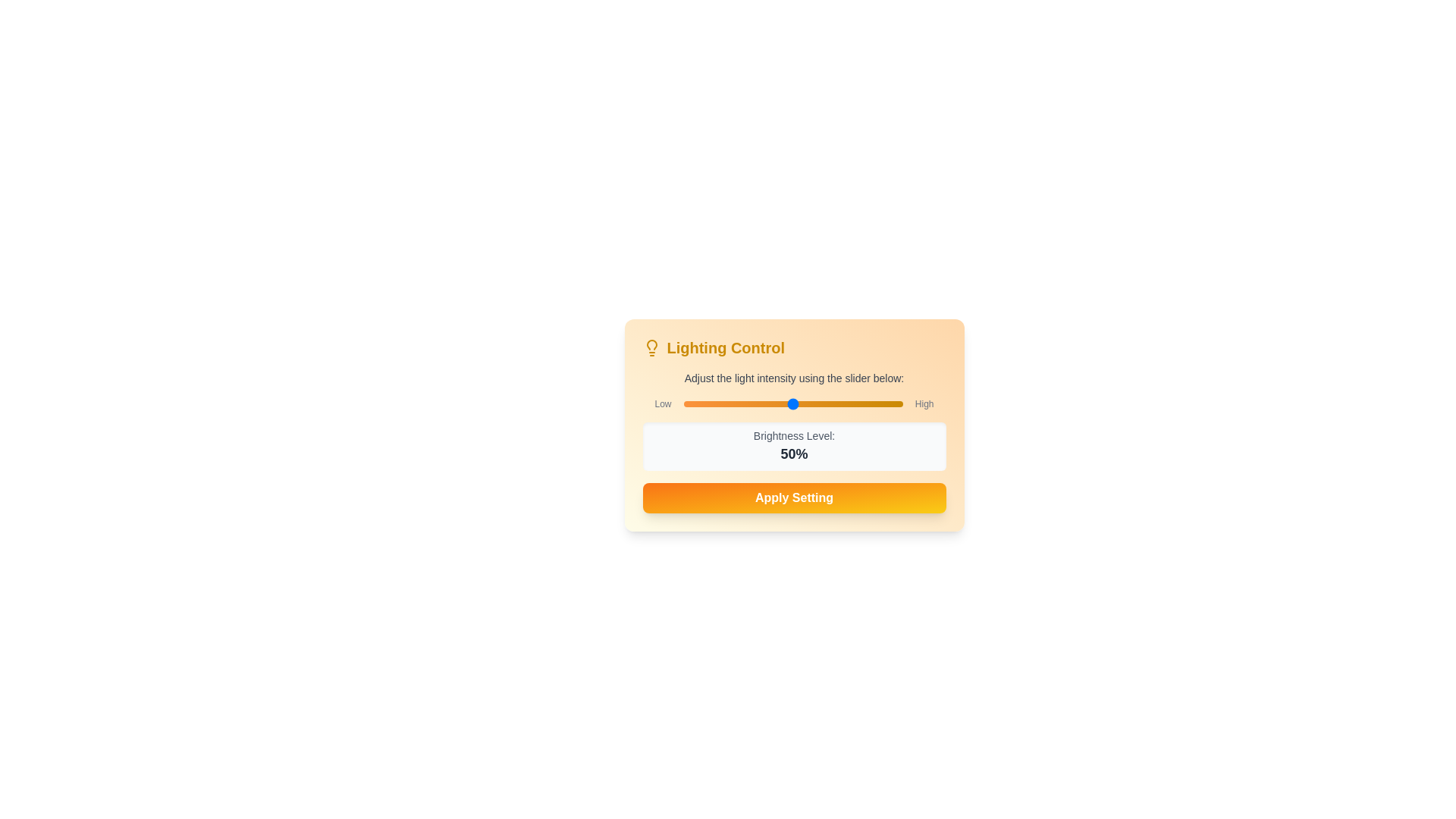  I want to click on the slider, so click(777, 403).